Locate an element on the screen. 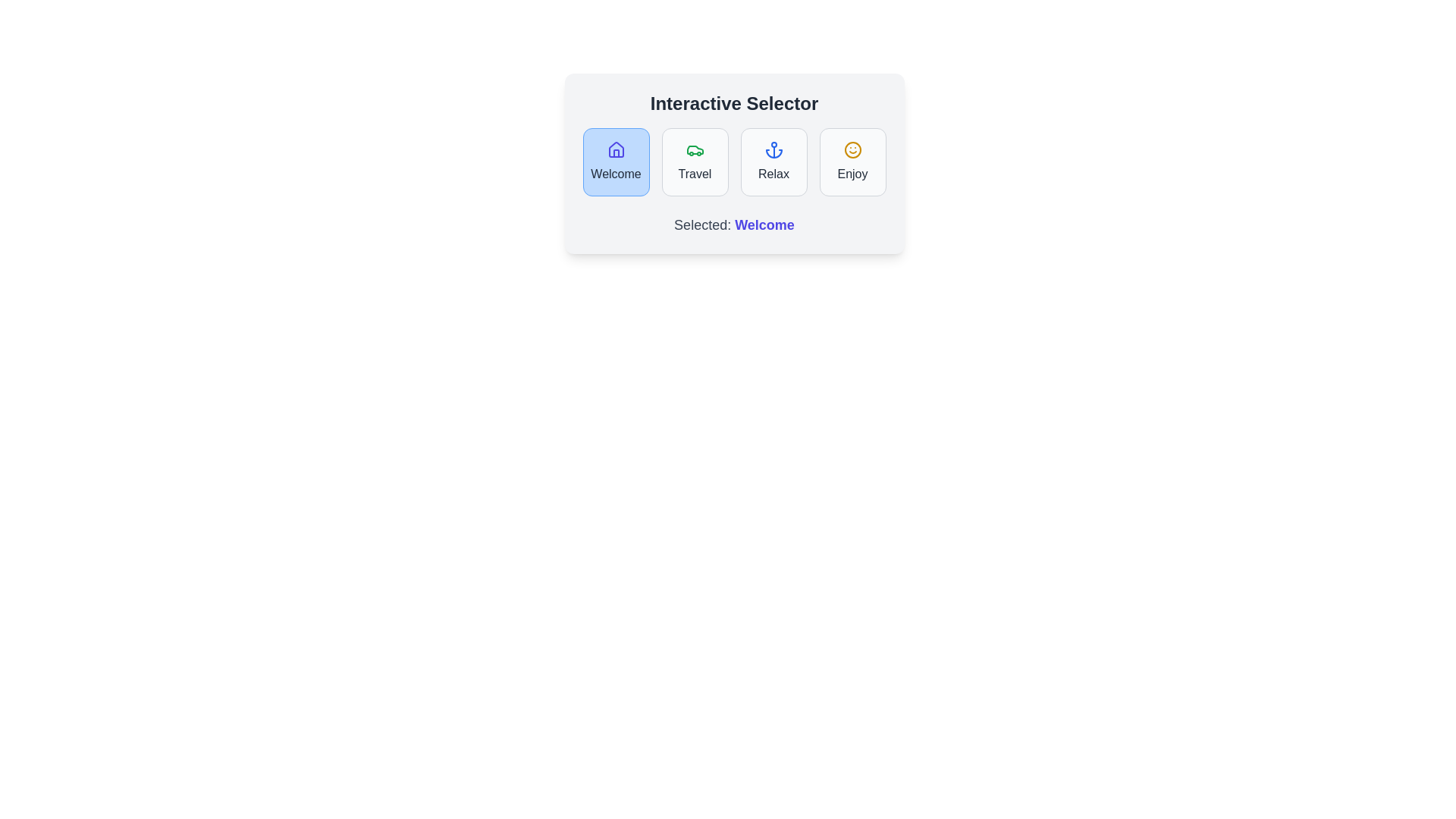  the text label 'Enjoy' which is styled in a medium-sized gray font located in the fourth UI card on the right side of the selection panel is located at coordinates (852, 174).